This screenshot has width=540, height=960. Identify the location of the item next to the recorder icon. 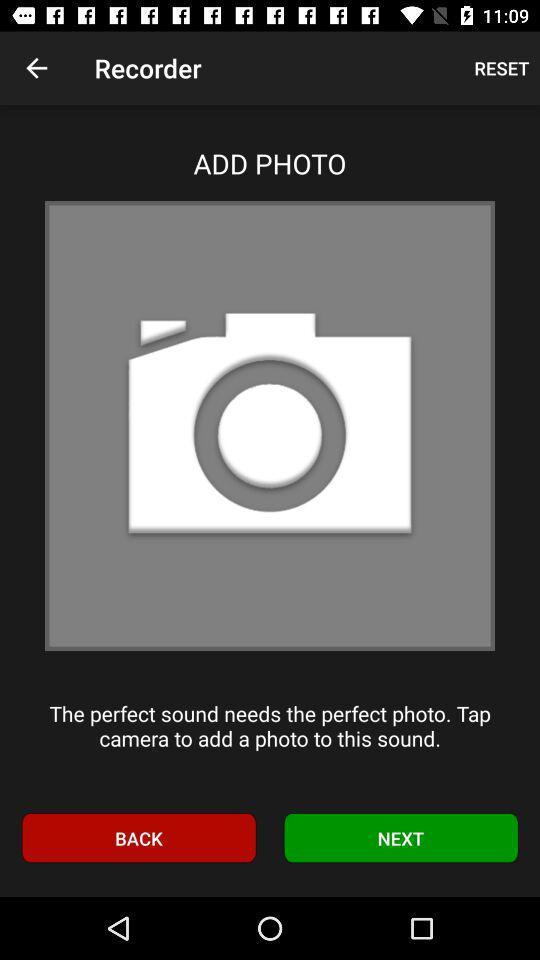
(500, 68).